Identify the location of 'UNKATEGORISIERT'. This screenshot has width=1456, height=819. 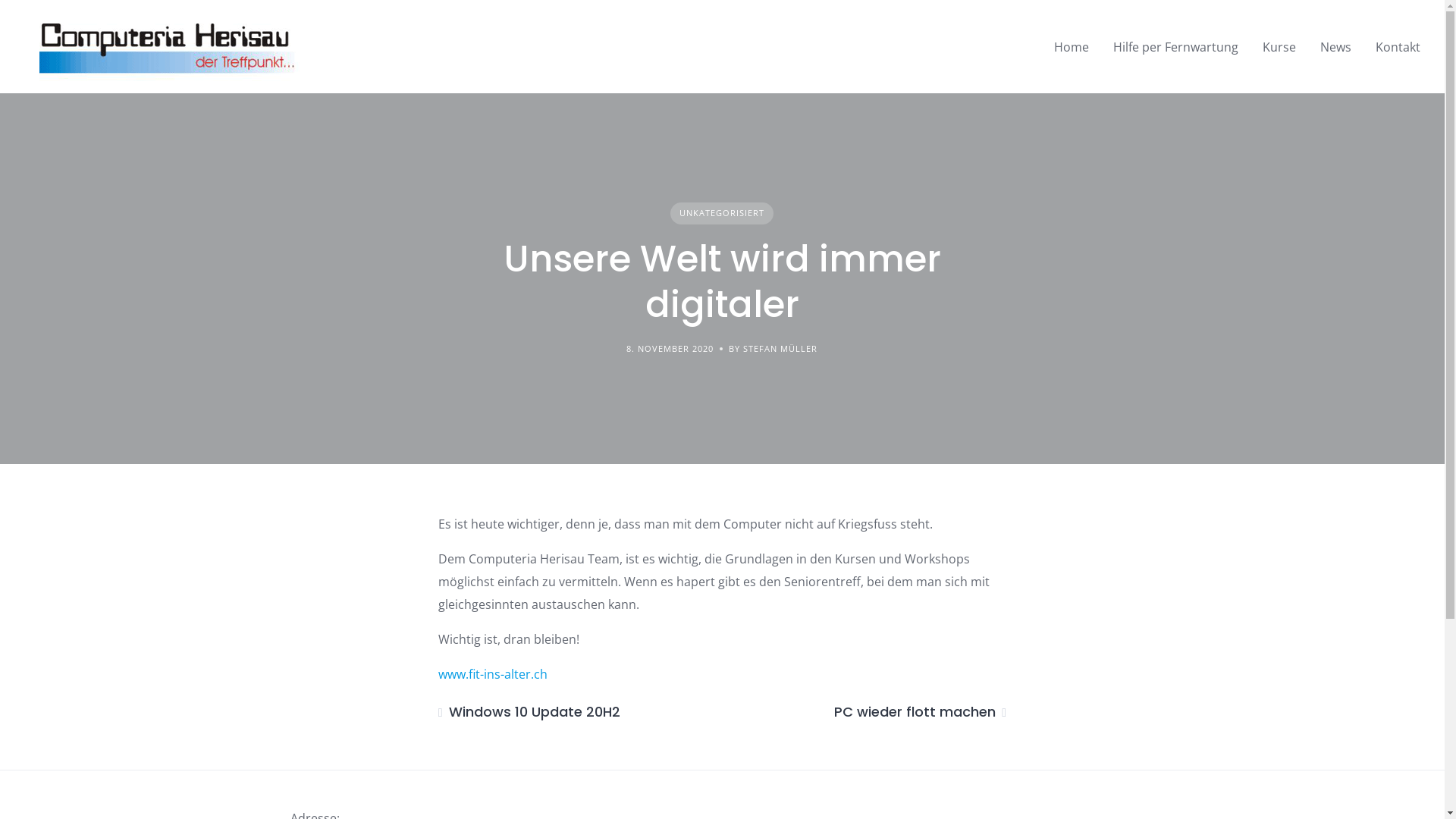
(720, 213).